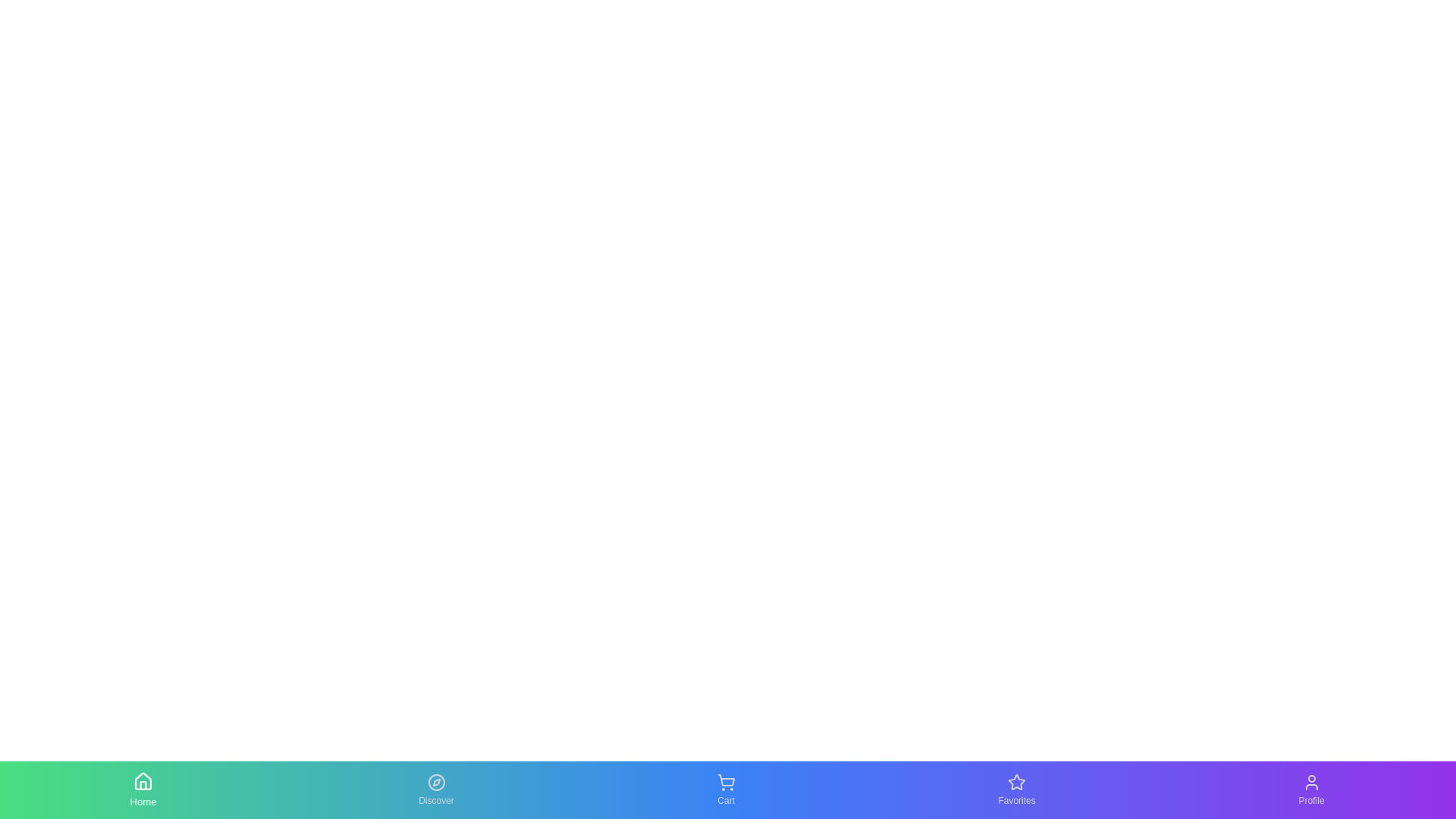 The height and width of the screenshot is (819, 1456). What do you see at coordinates (724, 789) in the screenshot?
I see `the Cart tab by clicking on its icon or label` at bounding box center [724, 789].